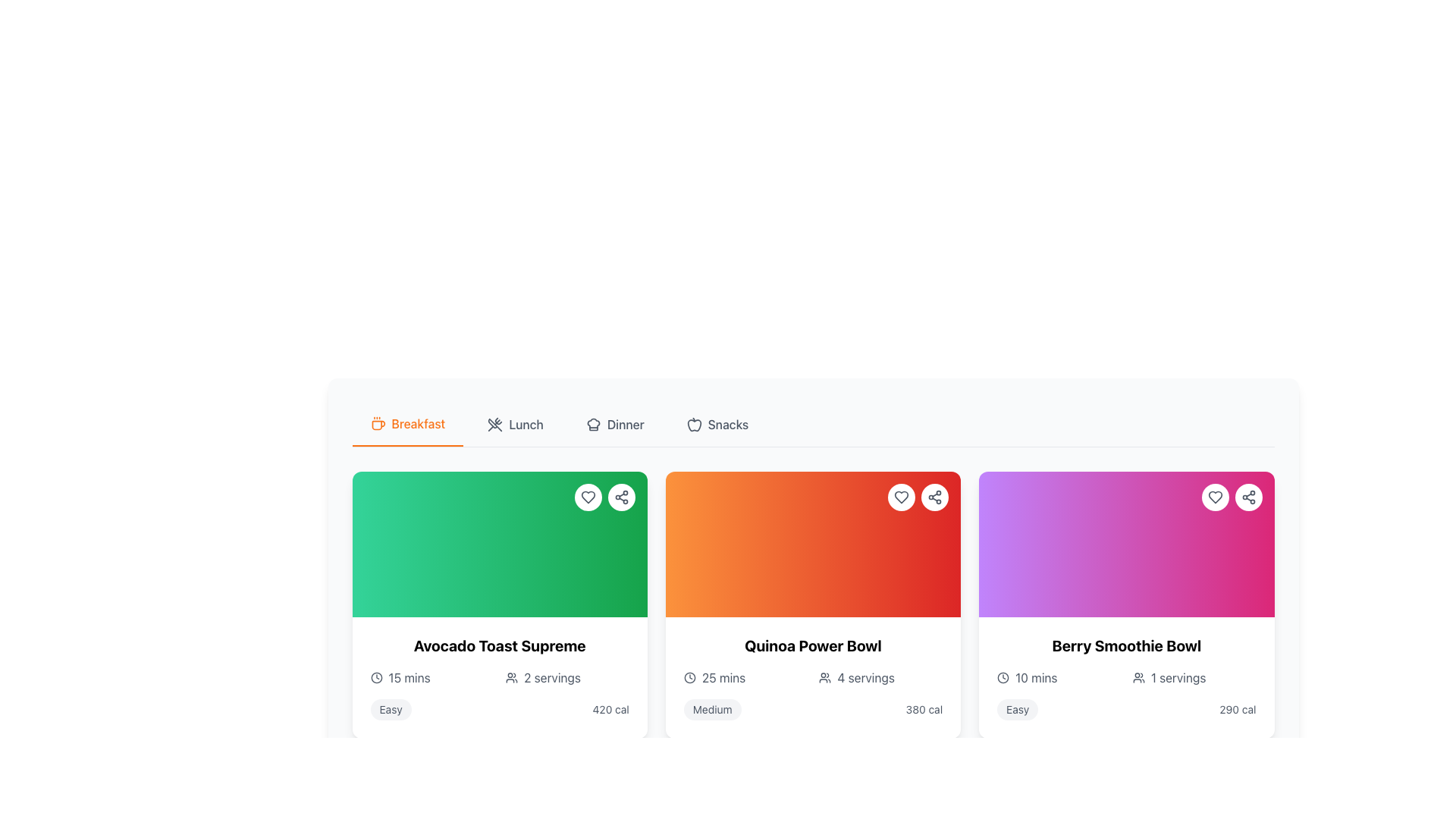 This screenshot has width=1456, height=819. I want to click on the small pill-shaped badge with a light gray background displaying the text 'Easy', located in the lower-left part of the 'Berry Smoothie Bowl' card, so click(1018, 710).